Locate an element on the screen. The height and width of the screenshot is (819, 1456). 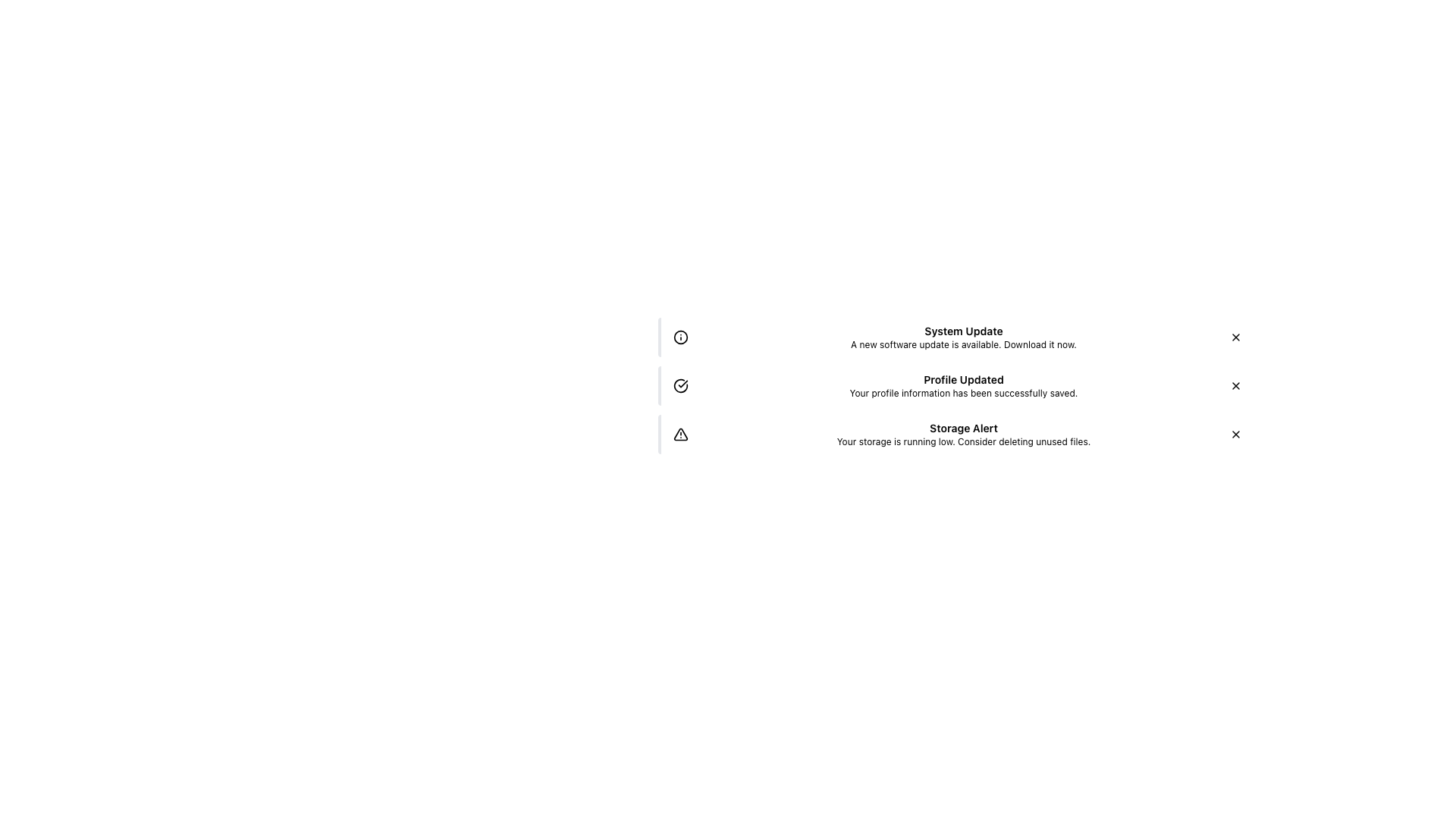
the Notification Card that alerts the user about low storage, which is the third card in a vertical stack of notification cards is located at coordinates (955, 435).